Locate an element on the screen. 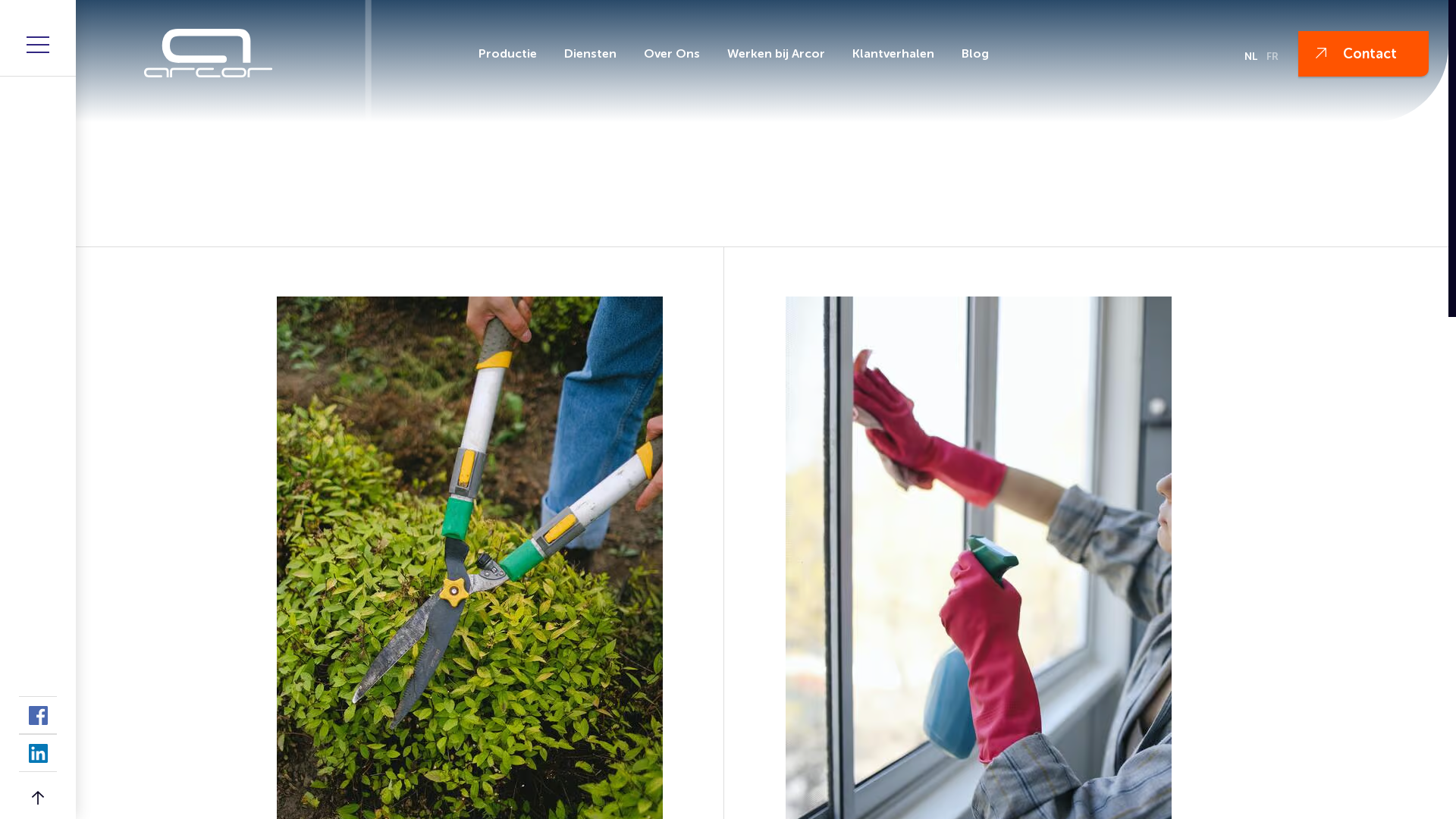 The image size is (1456, 819). 'Werken bij Arcor' is located at coordinates (717, 52).